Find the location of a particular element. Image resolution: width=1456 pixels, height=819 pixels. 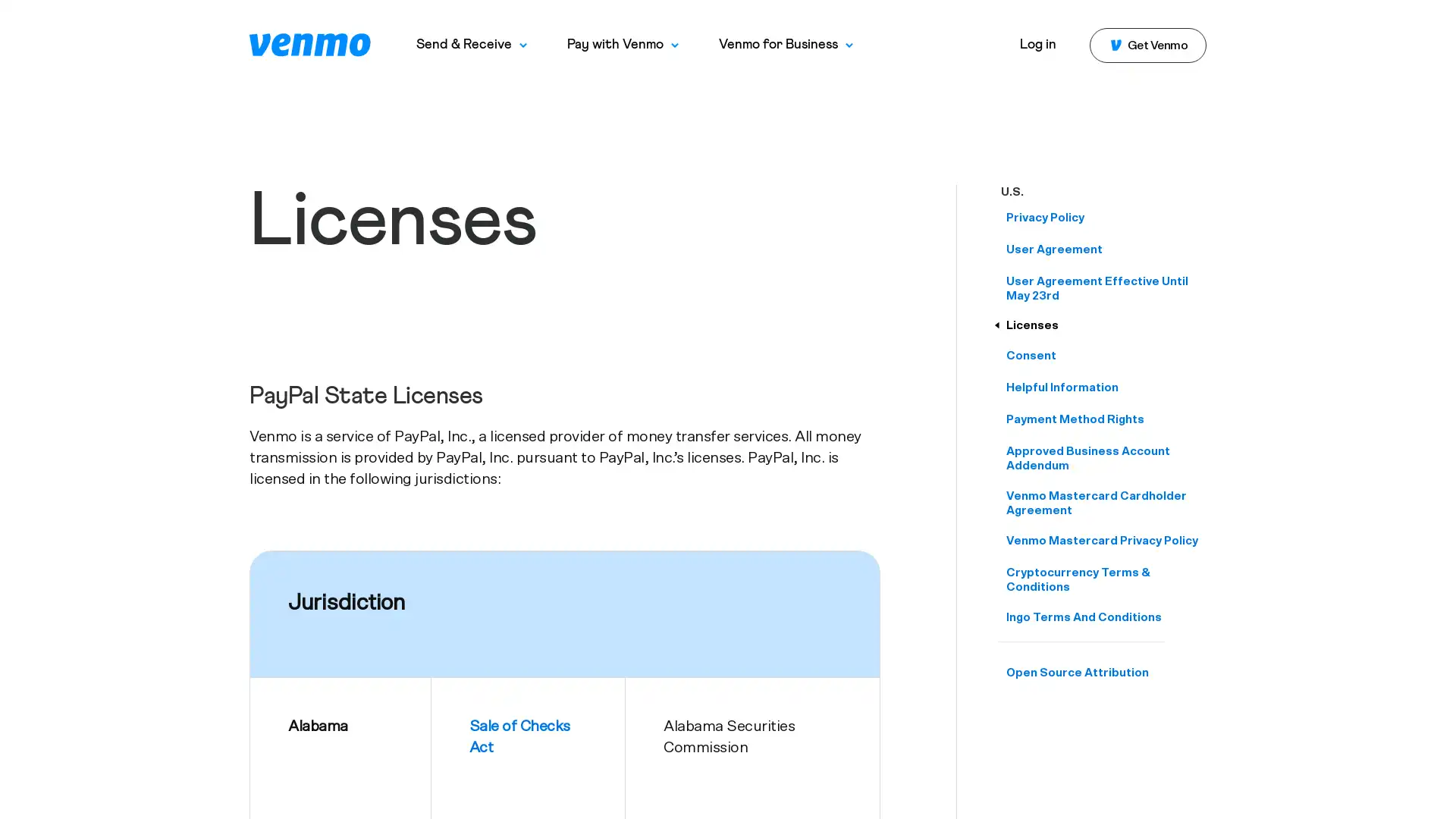

Send & Receive is located at coordinates (471, 44).